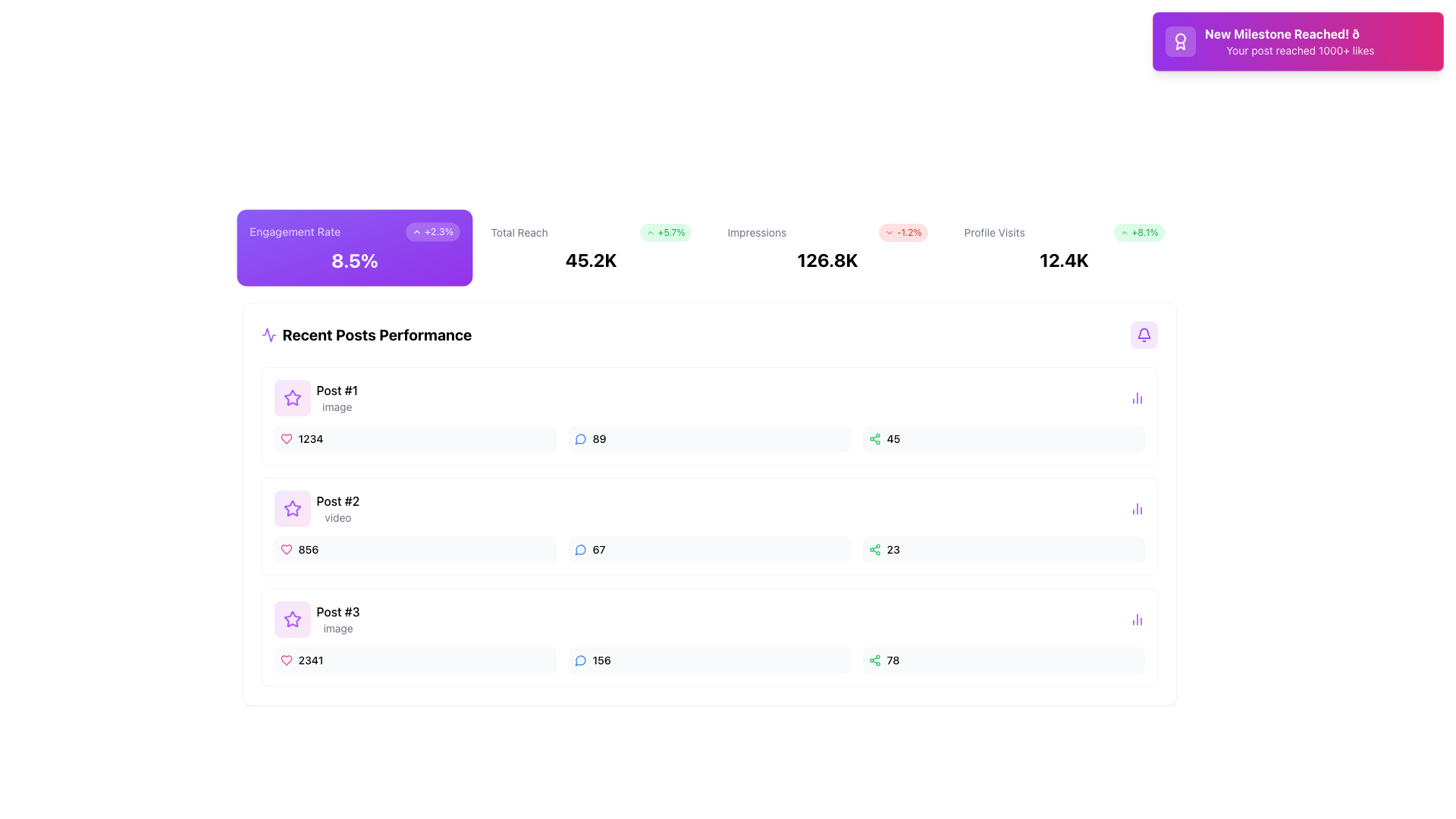  Describe the element at coordinates (286, 550) in the screenshot. I see `the heart-shaped icon outlined in pink, located to the left of the number '856' in the second entry of the 'Recent Posts Performance' list` at that location.